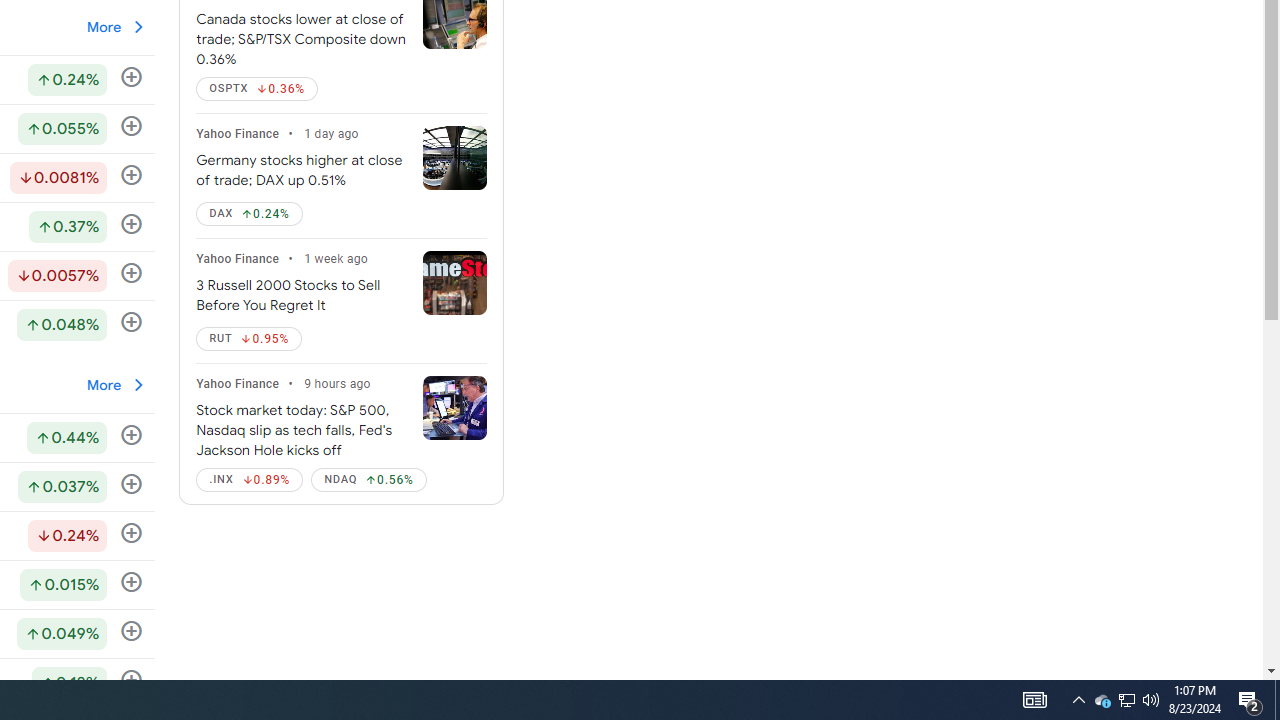 The image size is (1280, 720). What do you see at coordinates (369, 479) in the screenshot?
I see `'NDAQ Up by 0.56%'` at bounding box center [369, 479].